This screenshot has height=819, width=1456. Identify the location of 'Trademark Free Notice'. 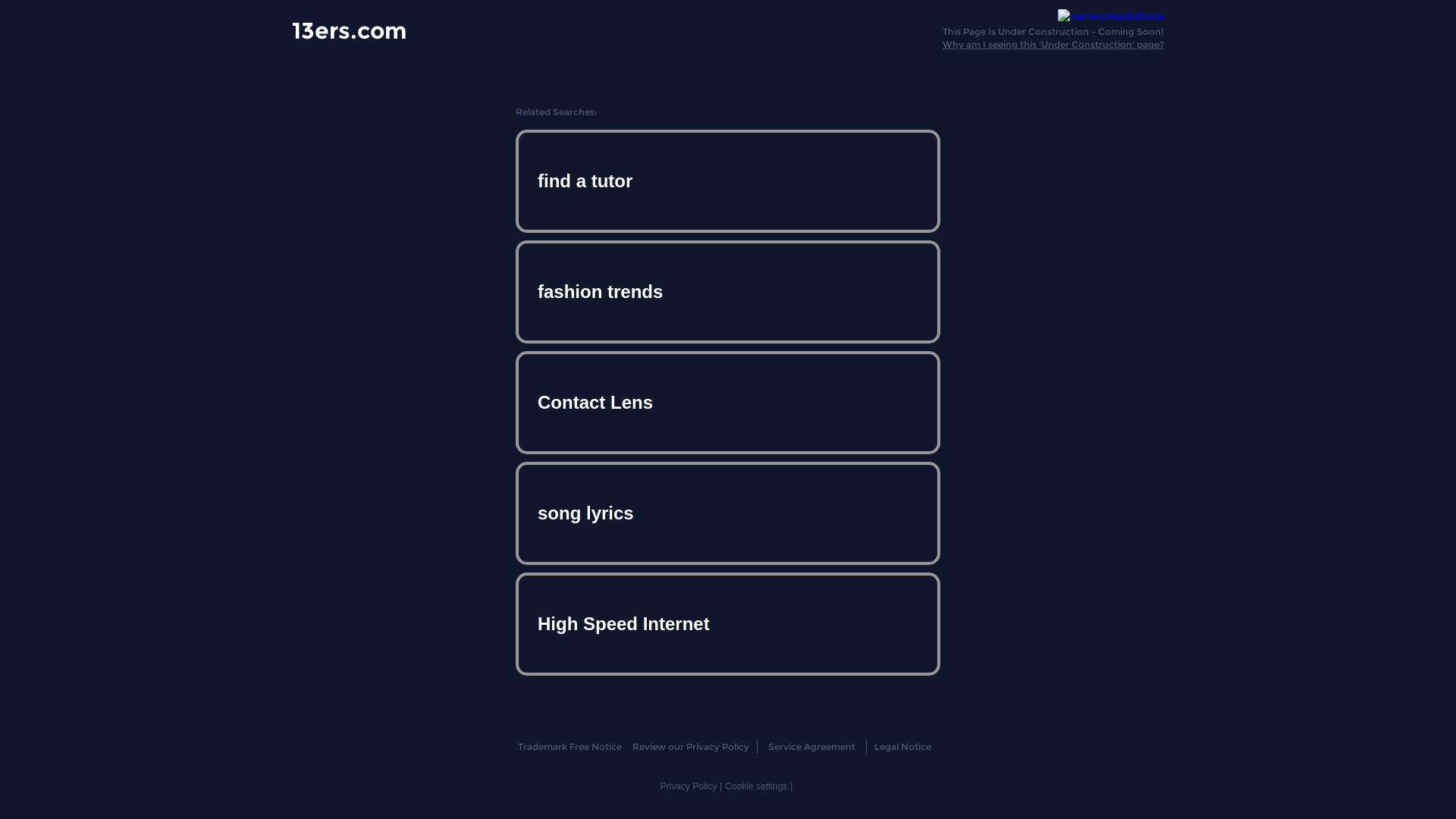
(516, 745).